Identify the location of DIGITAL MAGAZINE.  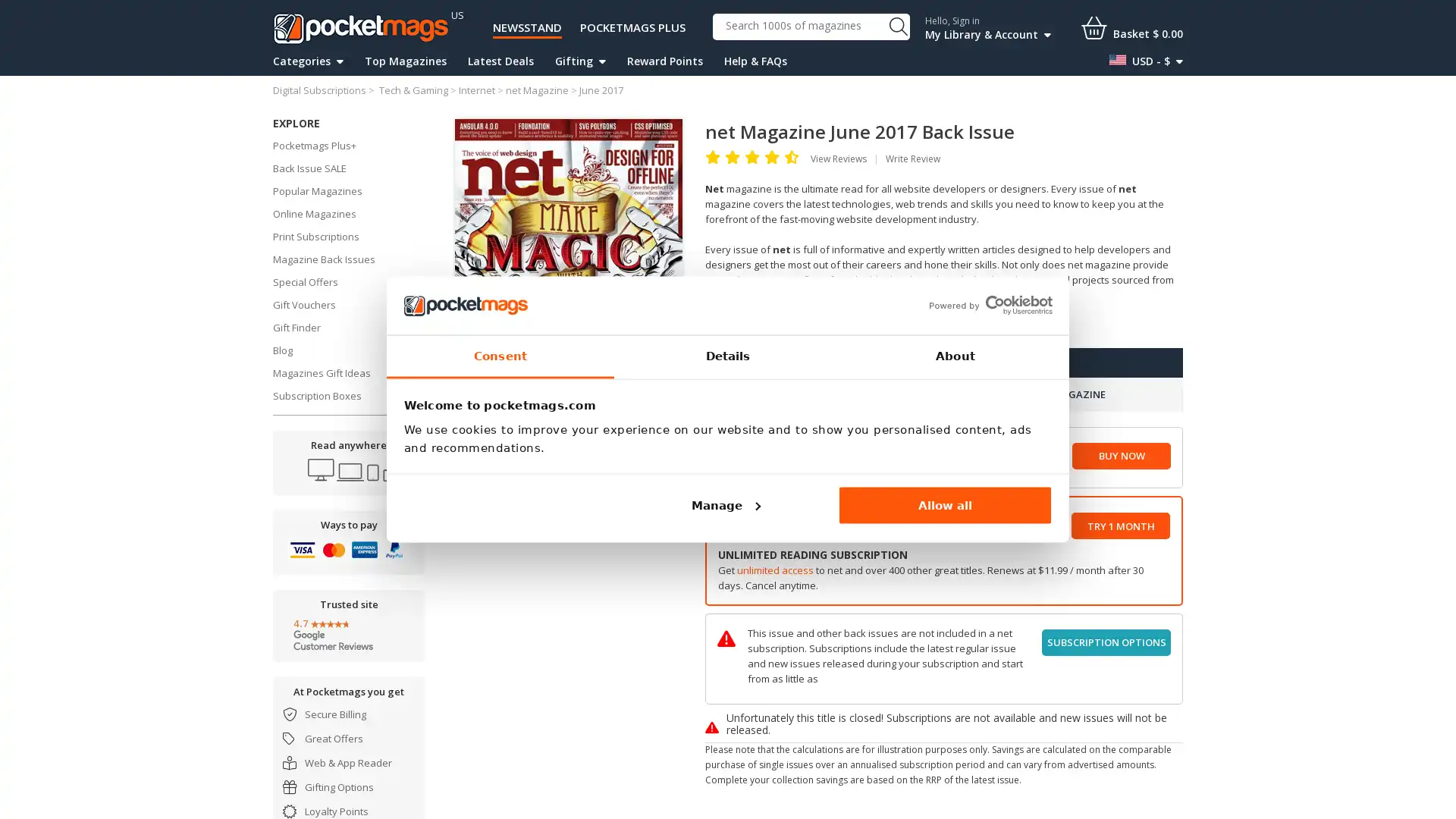
(824, 394).